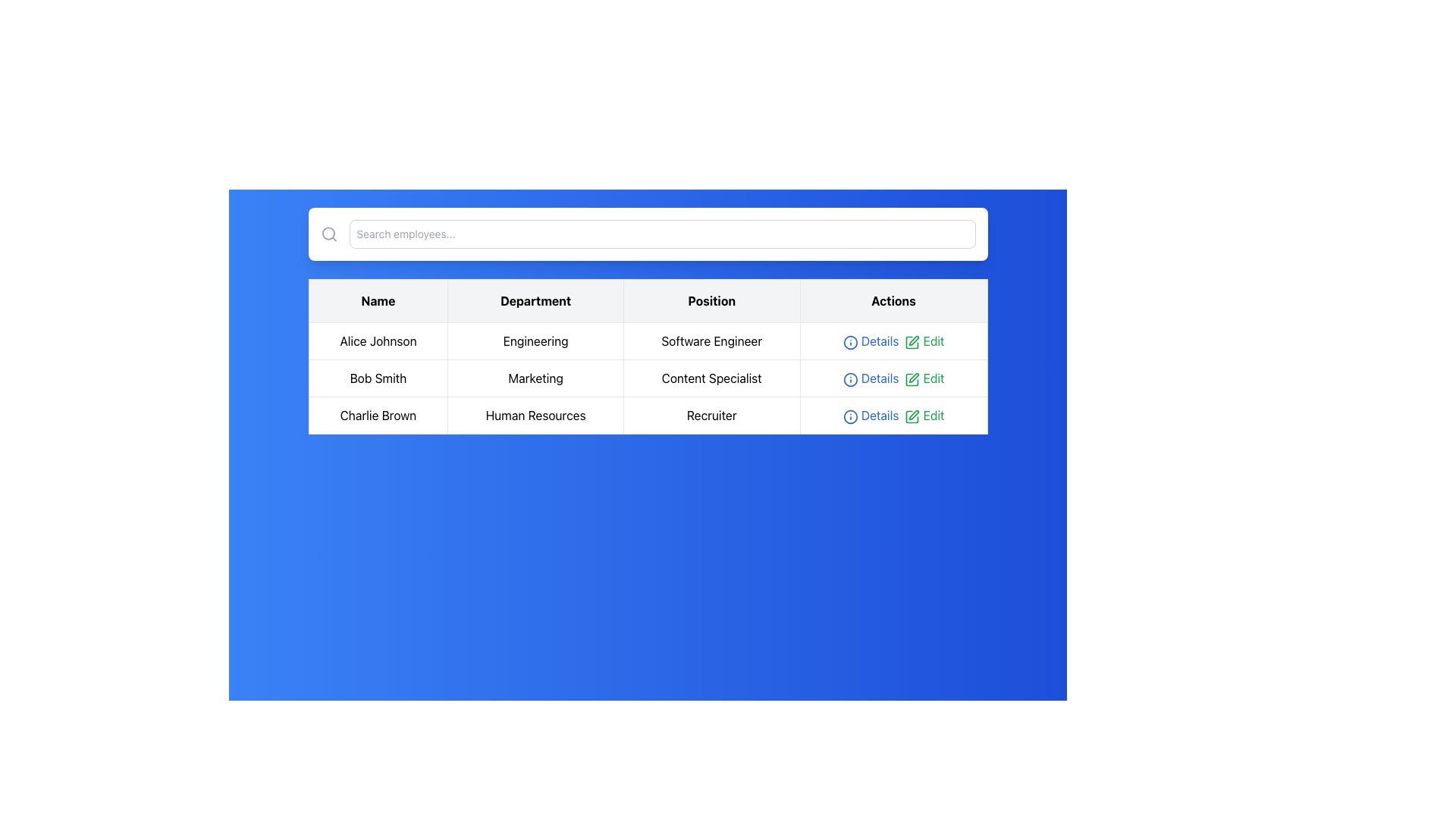 Image resolution: width=1456 pixels, height=819 pixels. Describe the element at coordinates (327, 234) in the screenshot. I see `the circular portion of the search icon located in the top-left corner of the header section, slightly left of the search input field` at that location.